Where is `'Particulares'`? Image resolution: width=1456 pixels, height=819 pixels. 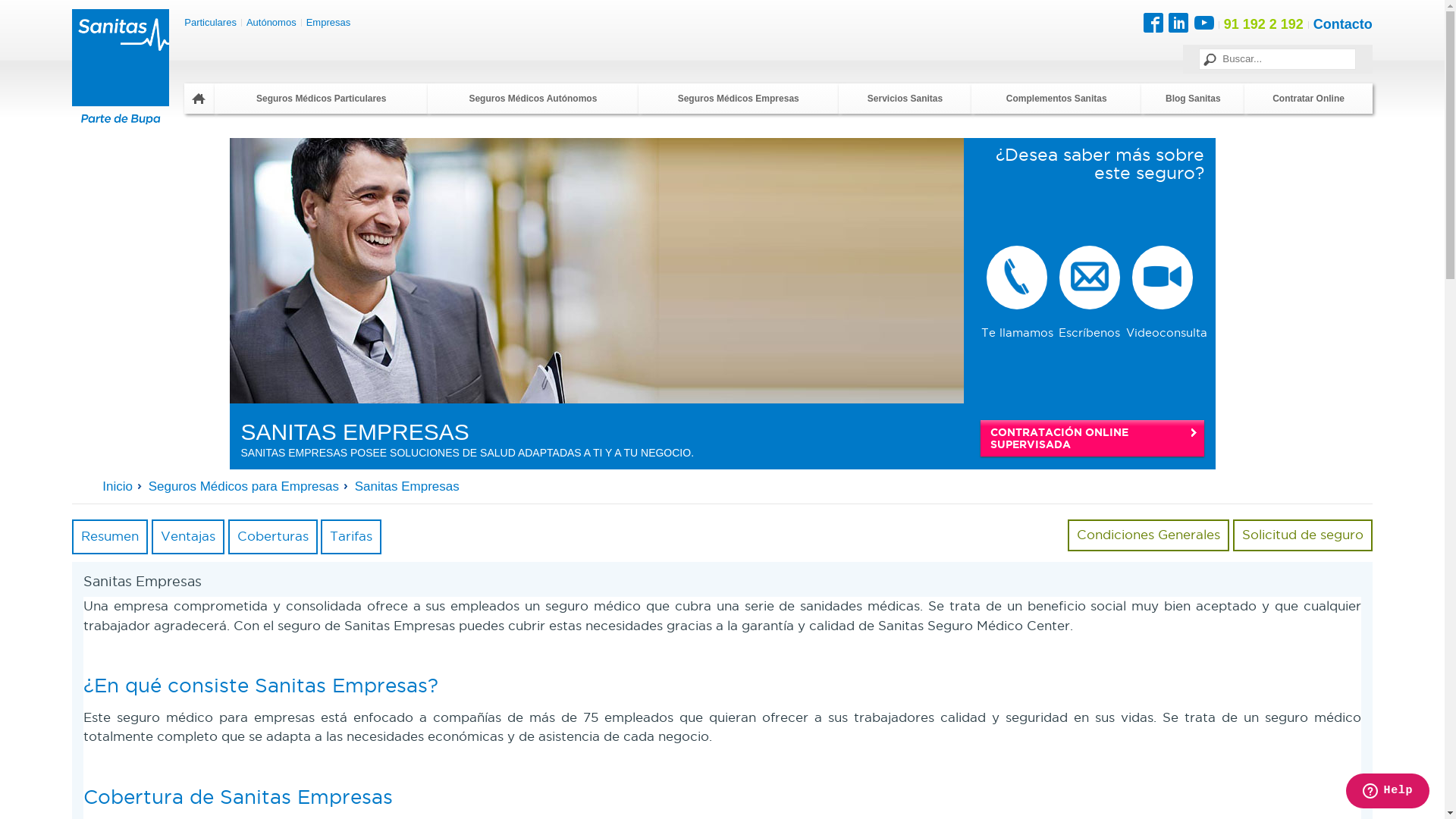 'Particulares' is located at coordinates (209, 22).